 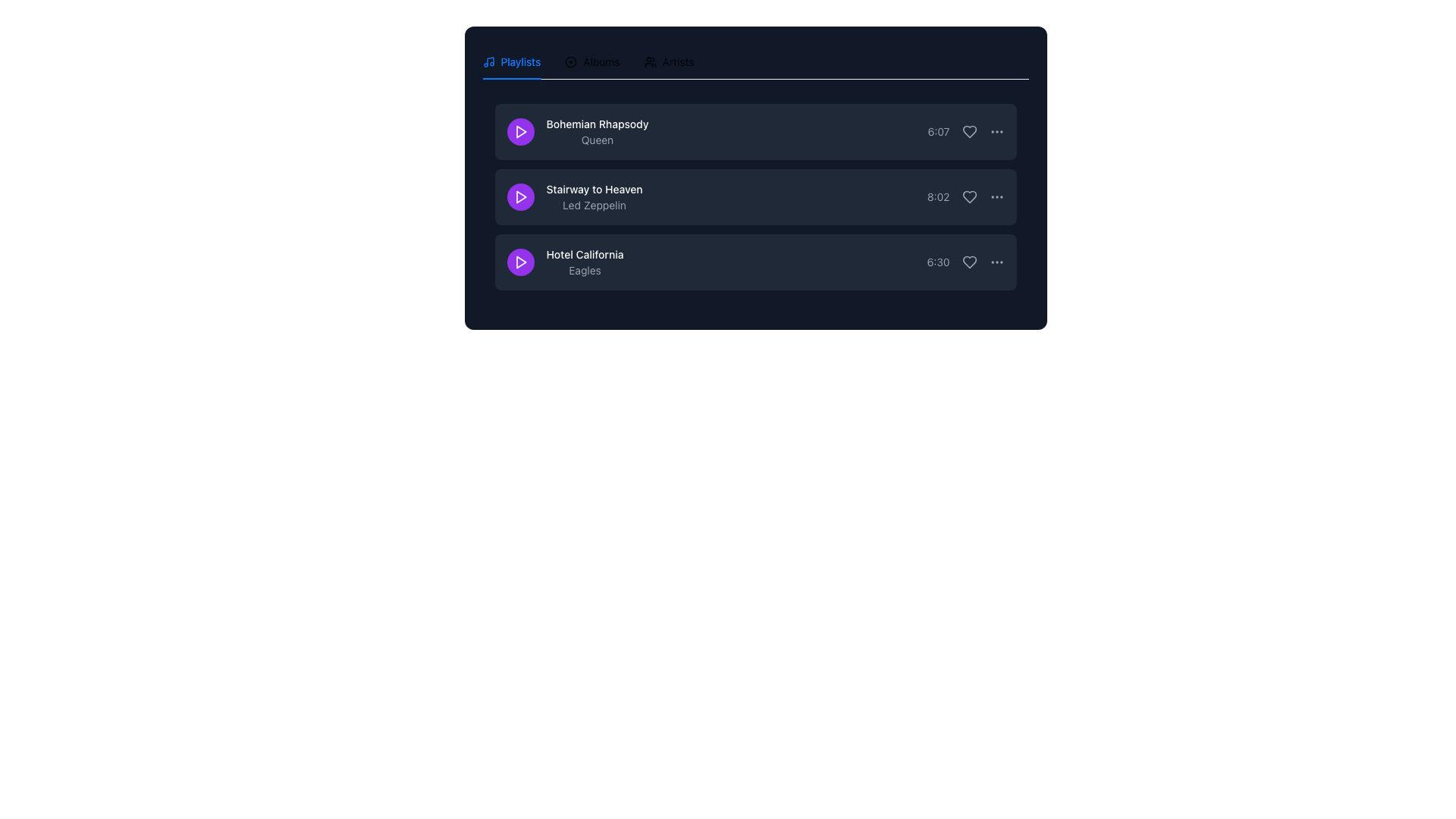 I want to click on the song list item displaying 'Bohemian Rhapsody' by 'Queen', so click(x=577, y=130).